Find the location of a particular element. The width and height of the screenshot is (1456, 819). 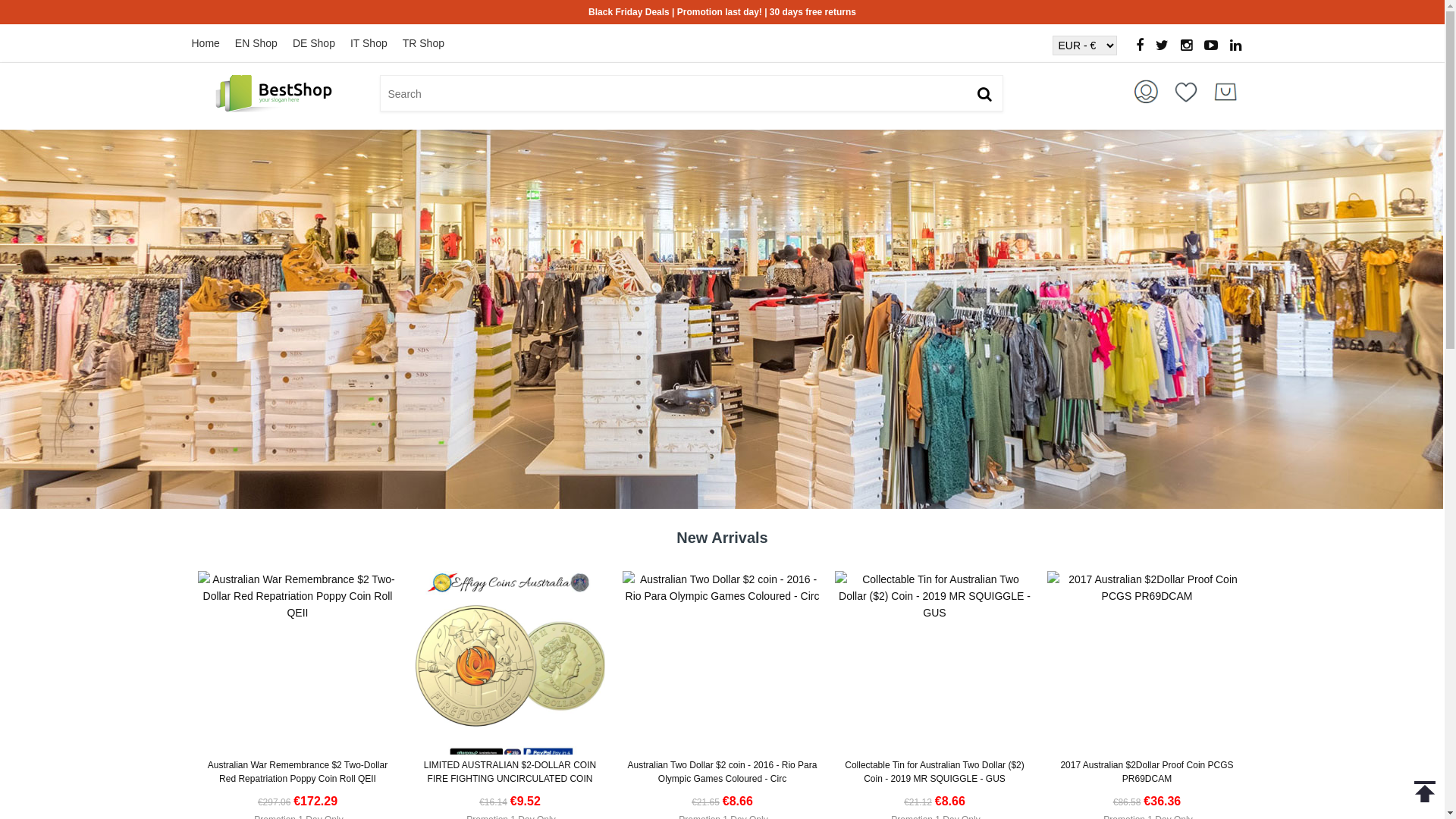

'2017 Australian $2Dollar Proof Coin PCGS PR69DCAM' is located at coordinates (1046, 587).